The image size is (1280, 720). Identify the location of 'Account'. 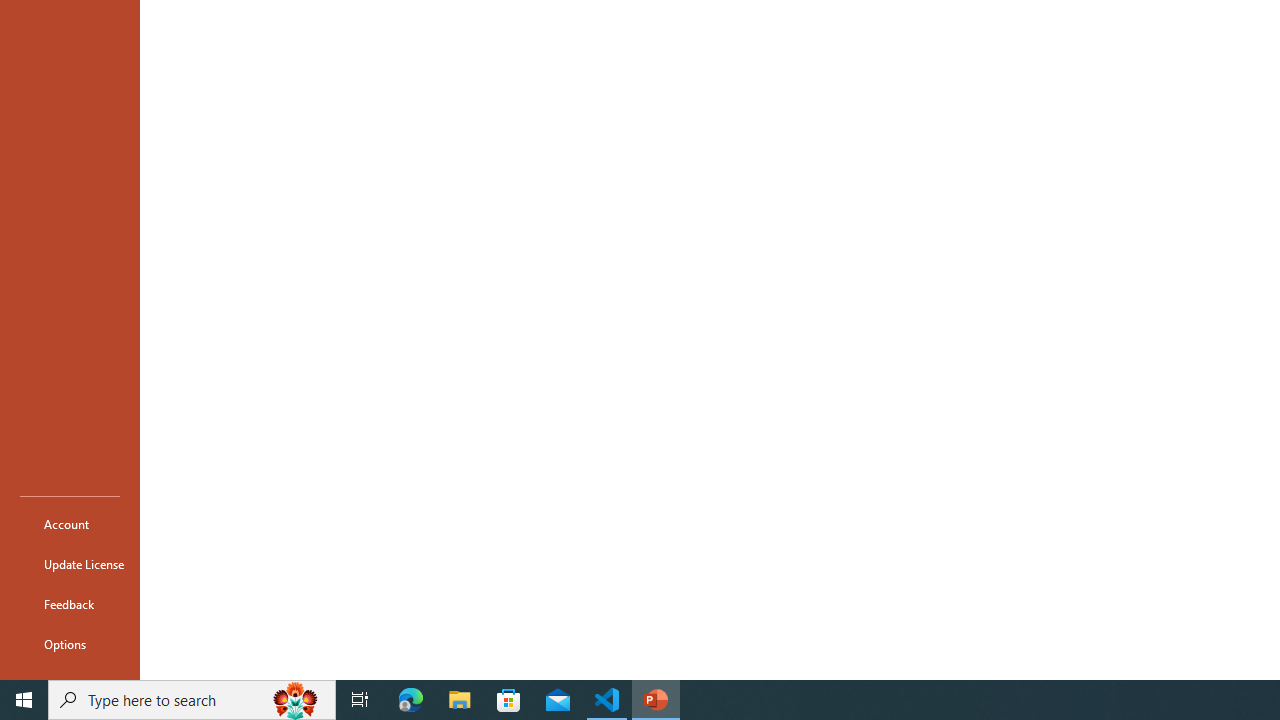
(69, 523).